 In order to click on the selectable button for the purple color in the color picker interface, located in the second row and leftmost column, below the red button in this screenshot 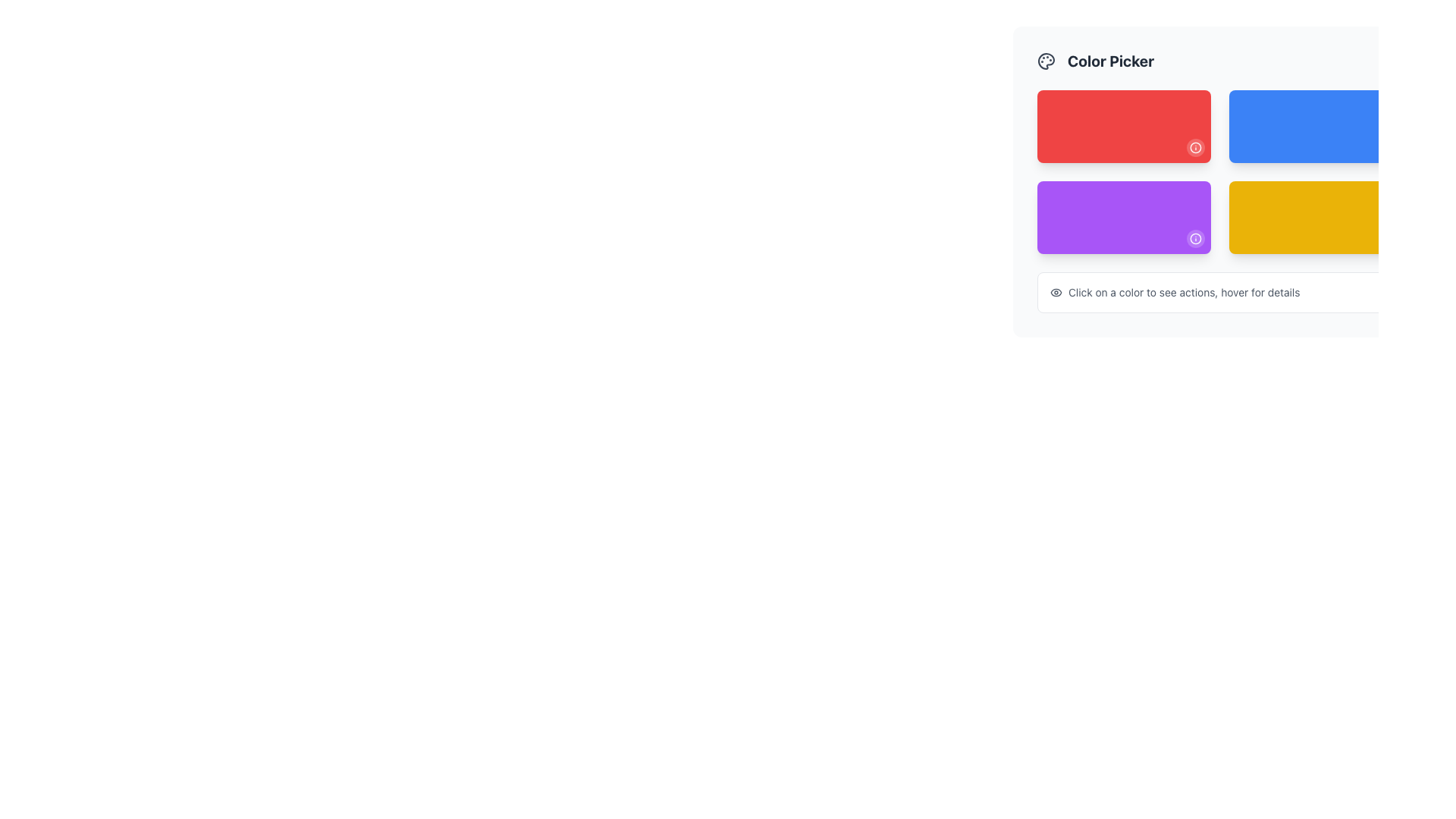, I will do `click(1124, 217)`.